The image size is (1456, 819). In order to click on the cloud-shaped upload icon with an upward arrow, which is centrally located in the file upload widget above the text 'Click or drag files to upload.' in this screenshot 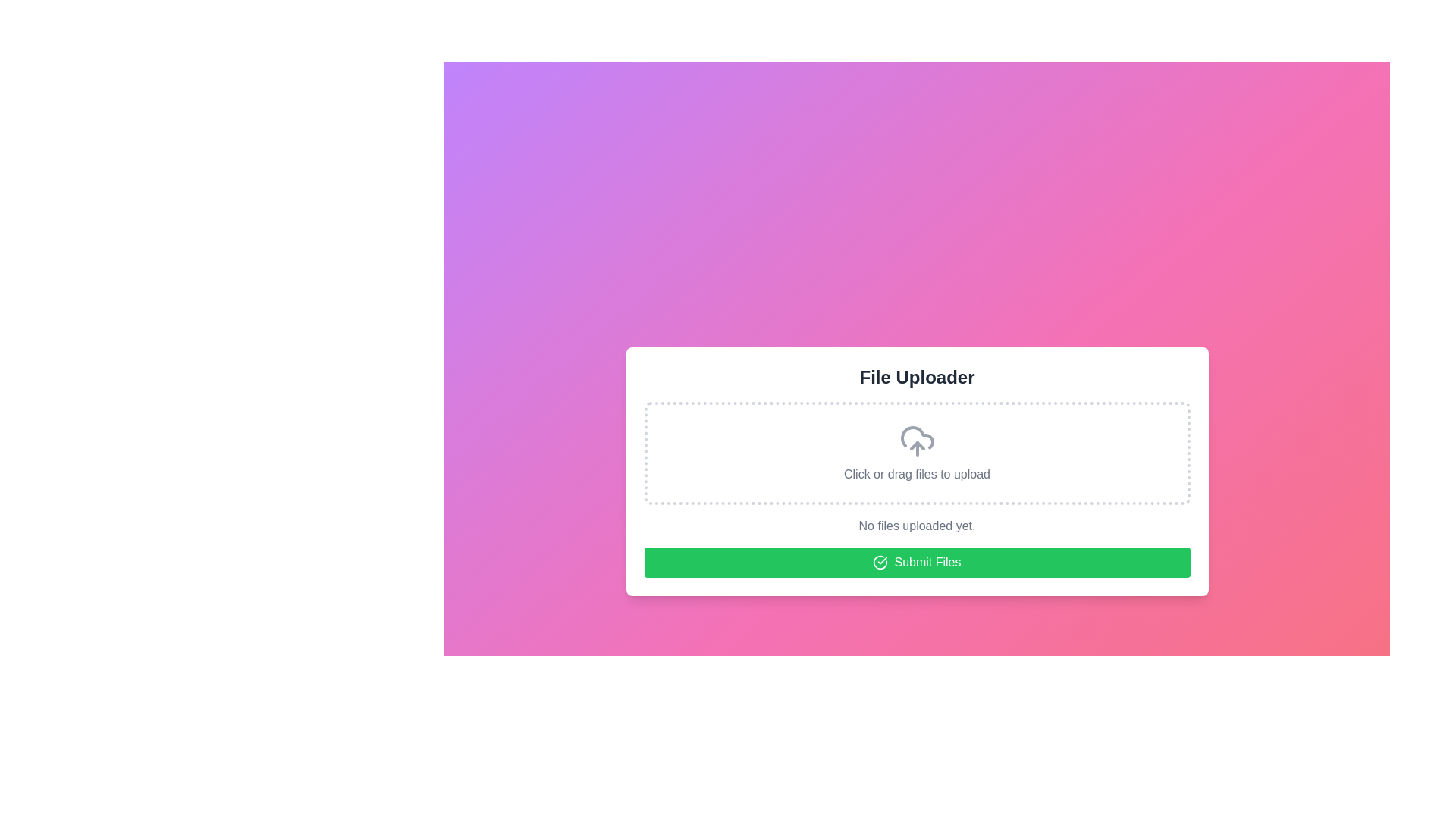, I will do `click(916, 441)`.